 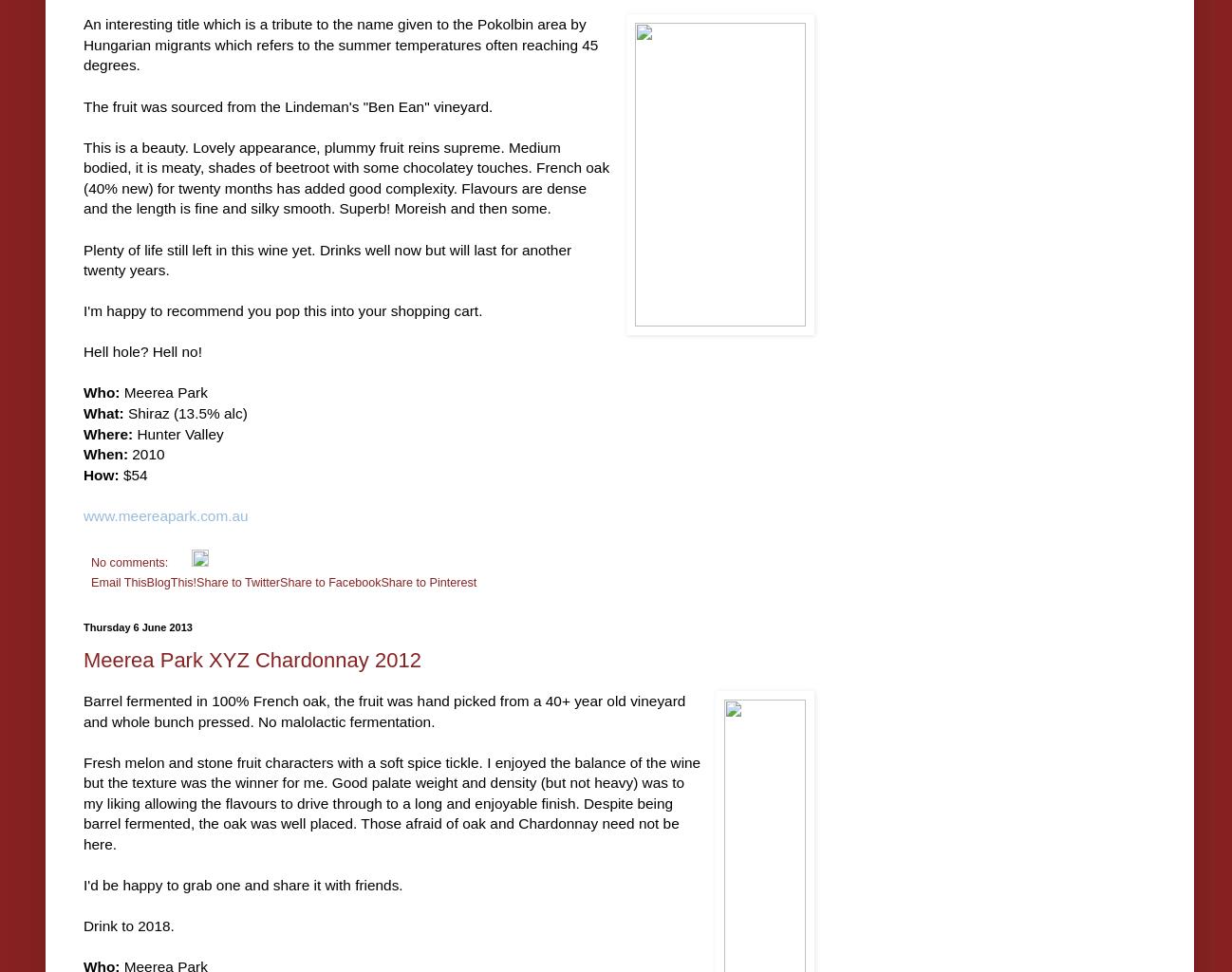 I want to click on 'www.meereapark.com.au', so click(x=84, y=514).